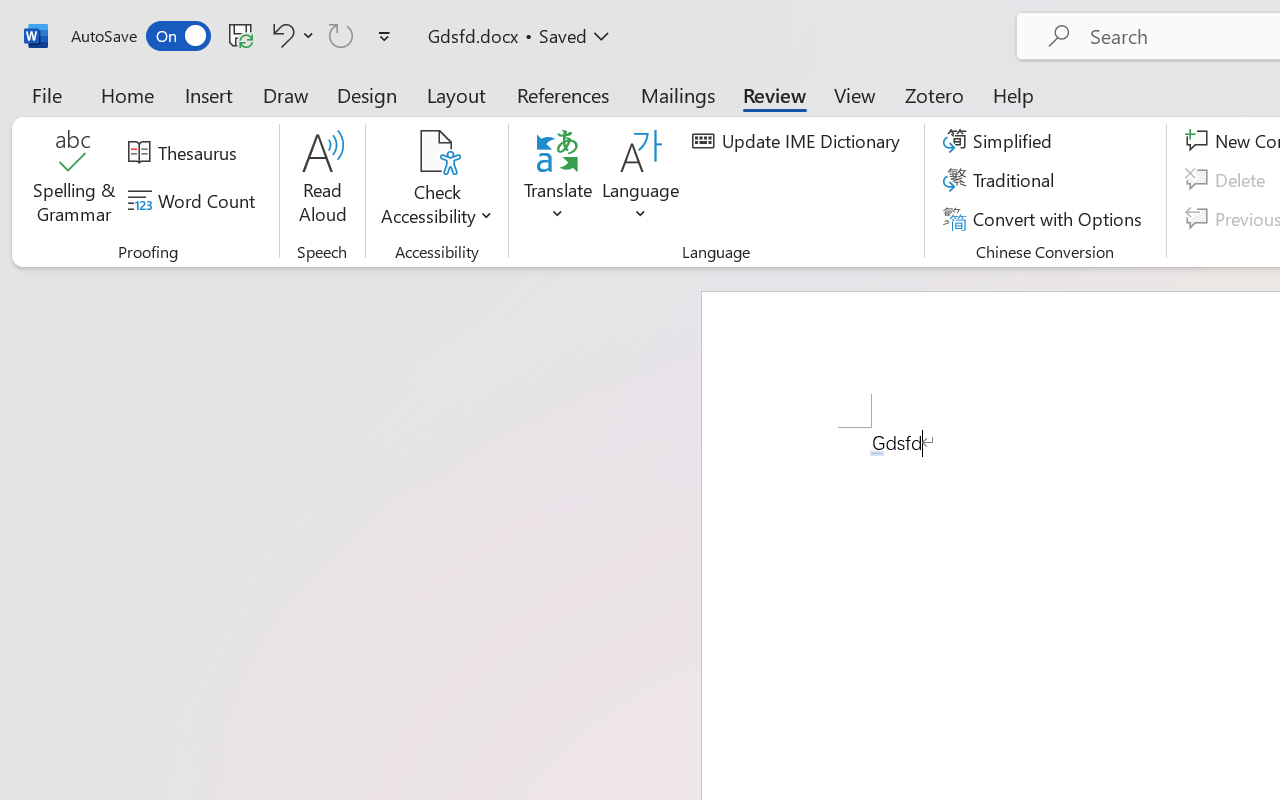 The width and height of the screenshot is (1280, 800). Describe the element at coordinates (74, 179) in the screenshot. I see `'Spelling & Grammar'` at that location.